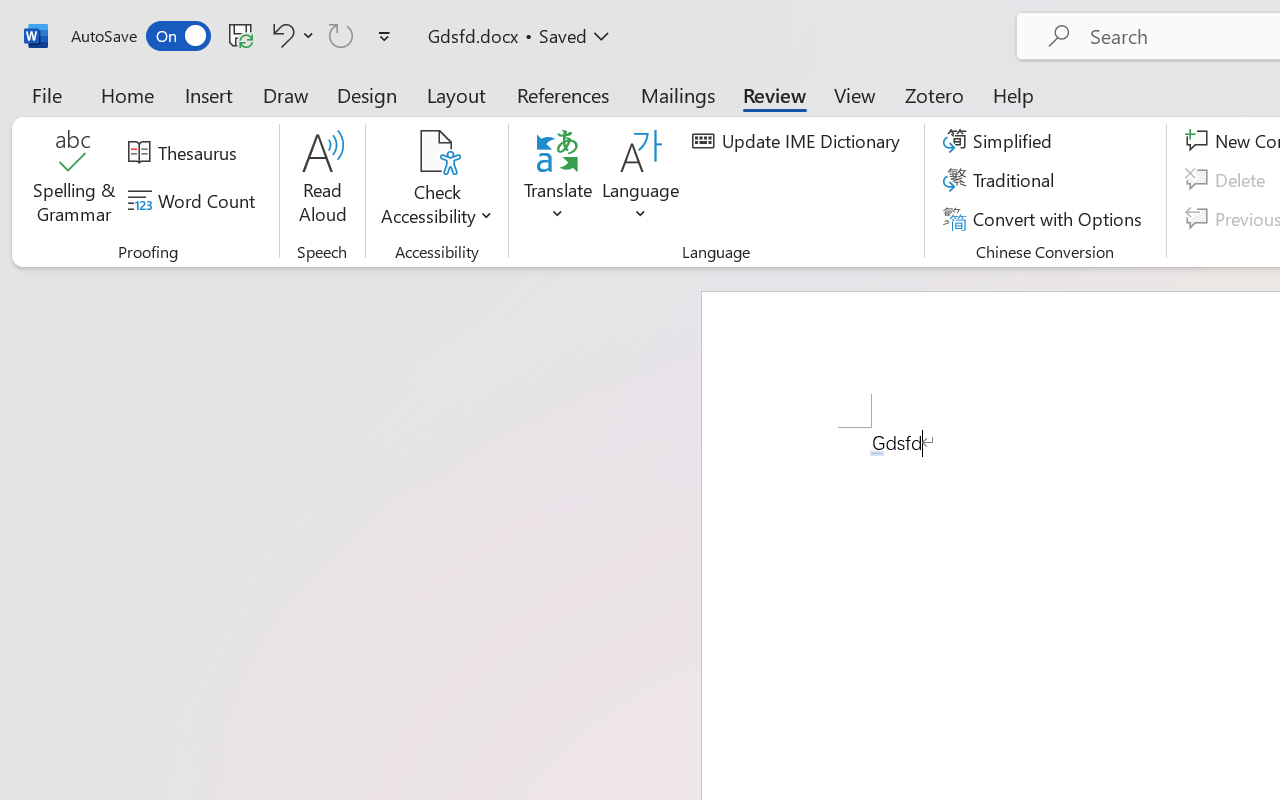 The width and height of the screenshot is (1280, 800). Describe the element at coordinates (74, 179) in the screenshot. I see `'Spelling & Grammar'` at that location.